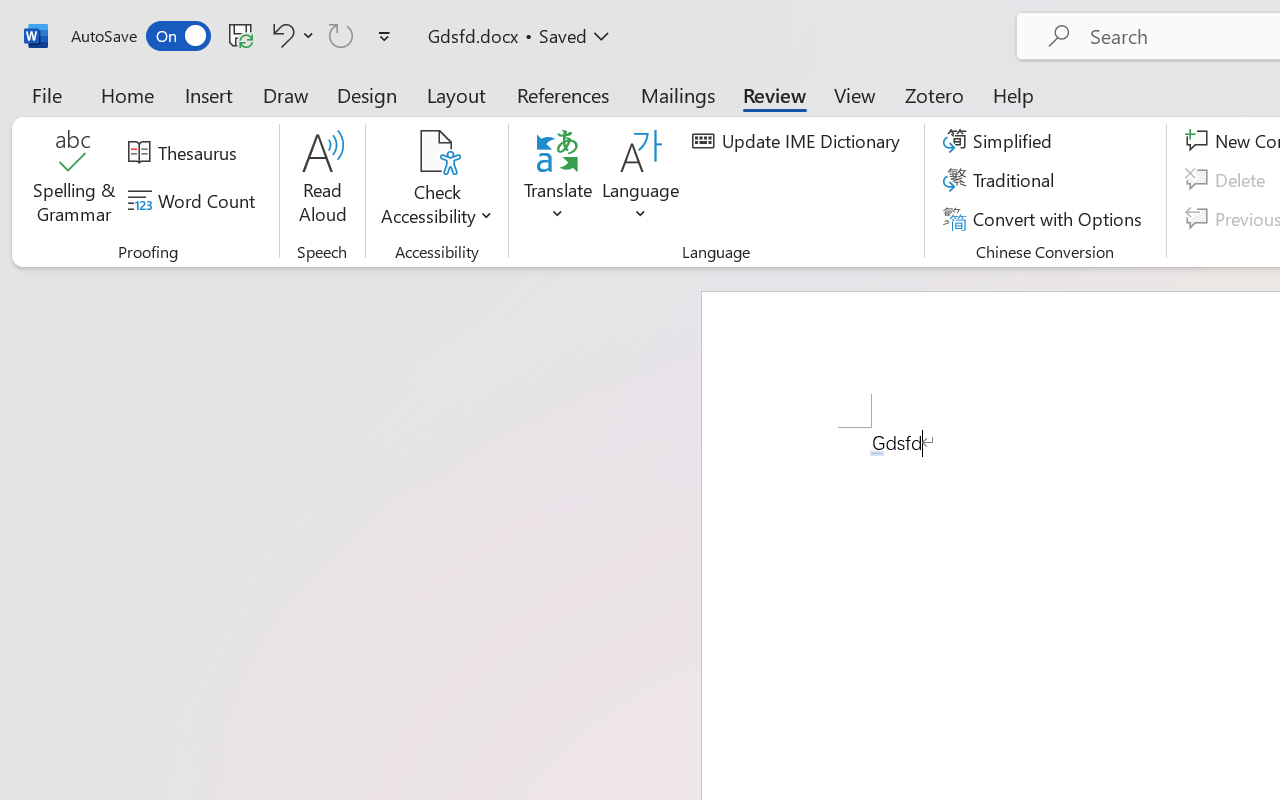 The width and height of the screenshot is (1280, 800). Describe the element at coordinates (74, 179) in the screenshot. I see `'Spelling & Grammar'` at that location.